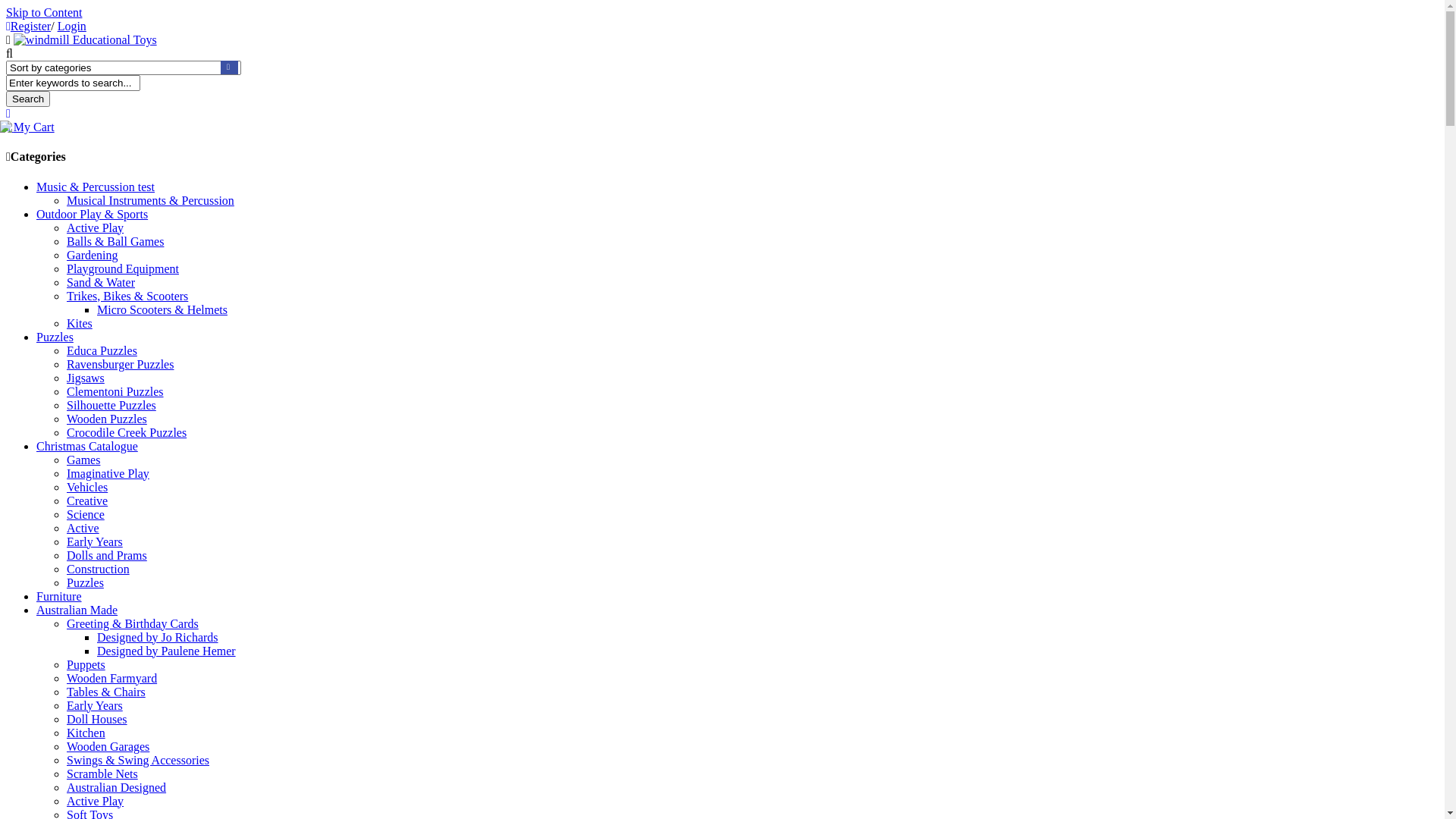 The height and width of the screenshot is (819, 1456). I want to click on 'Ravensburger Puzzles', so click(119, 364).